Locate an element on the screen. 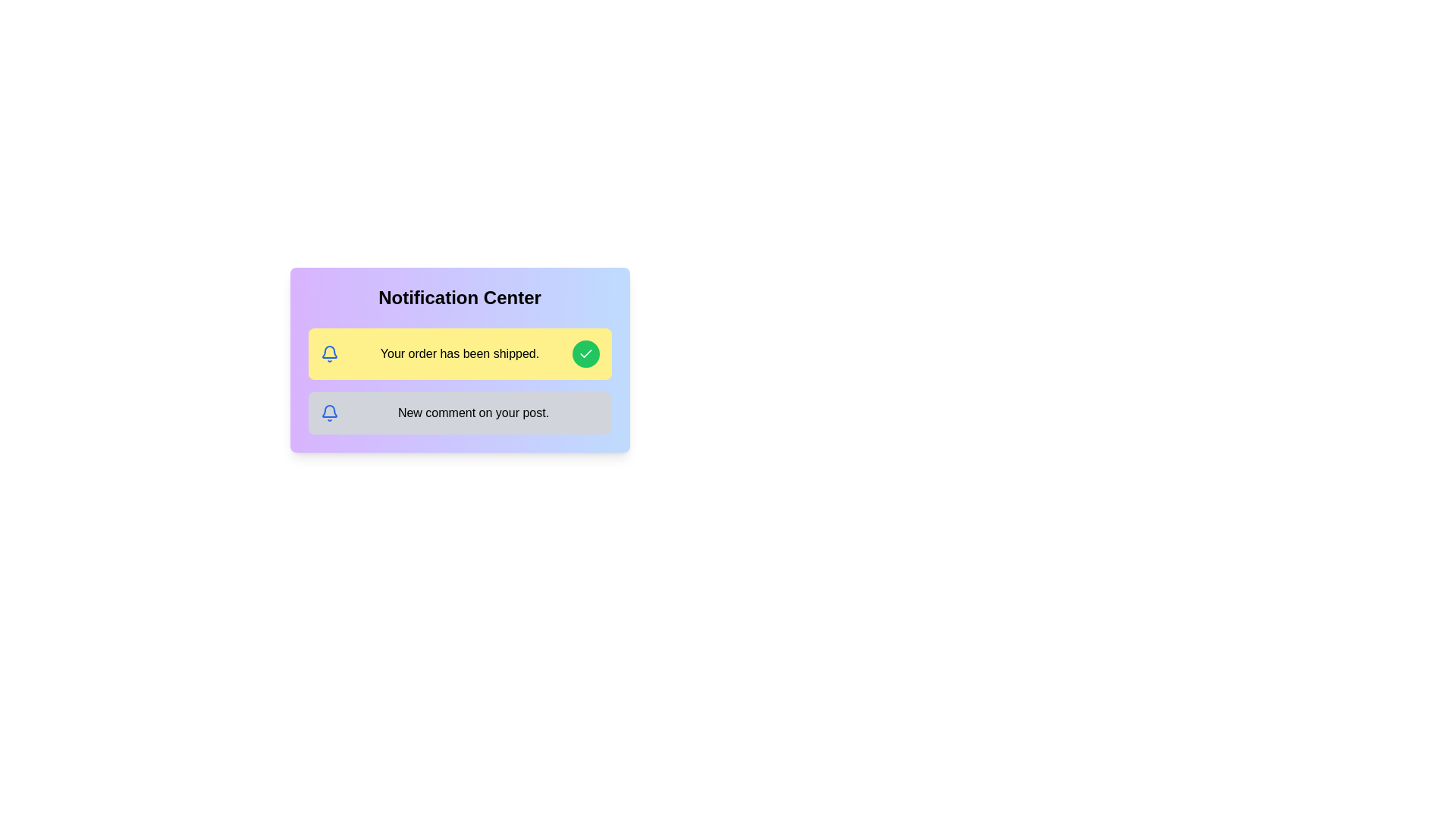 The height and width of the screenshot is (819, 1456). the visual styling of the green-filled checkmark icon located inside a circular green button to the far right of the highlighted yellow notification row that reads 'Your order has been shipped.' is located at coordinates (585, 353).